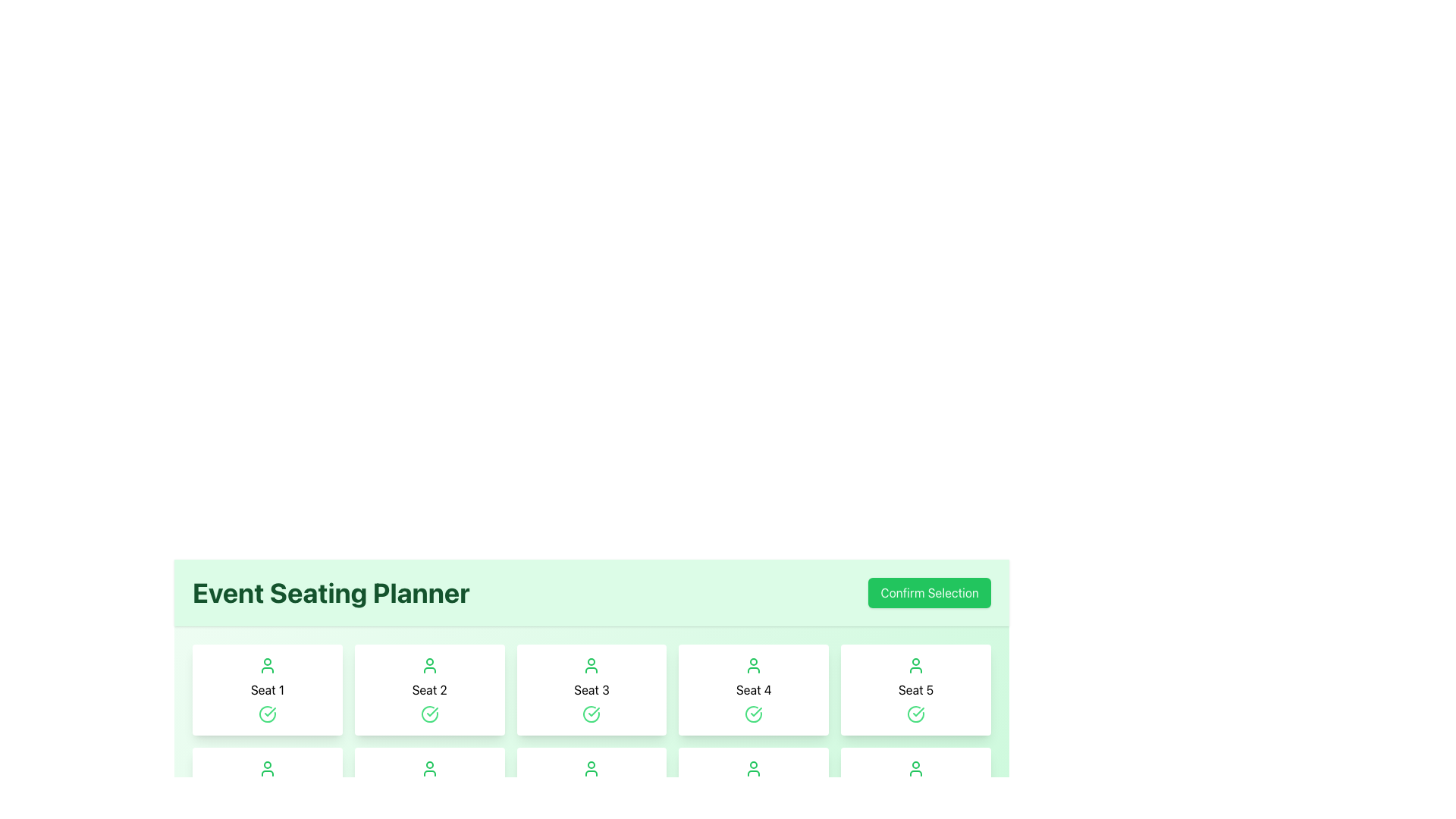 The width and height of the screenshot is (1456, 819). What do you see at coordinates (267, 714) in the screenshot?
I see `the circular icon with a green outline and a check mark inside, located underneath the 'Seat 1' label in the card area for 'Seat 1'` at bounding box center [267, 714].